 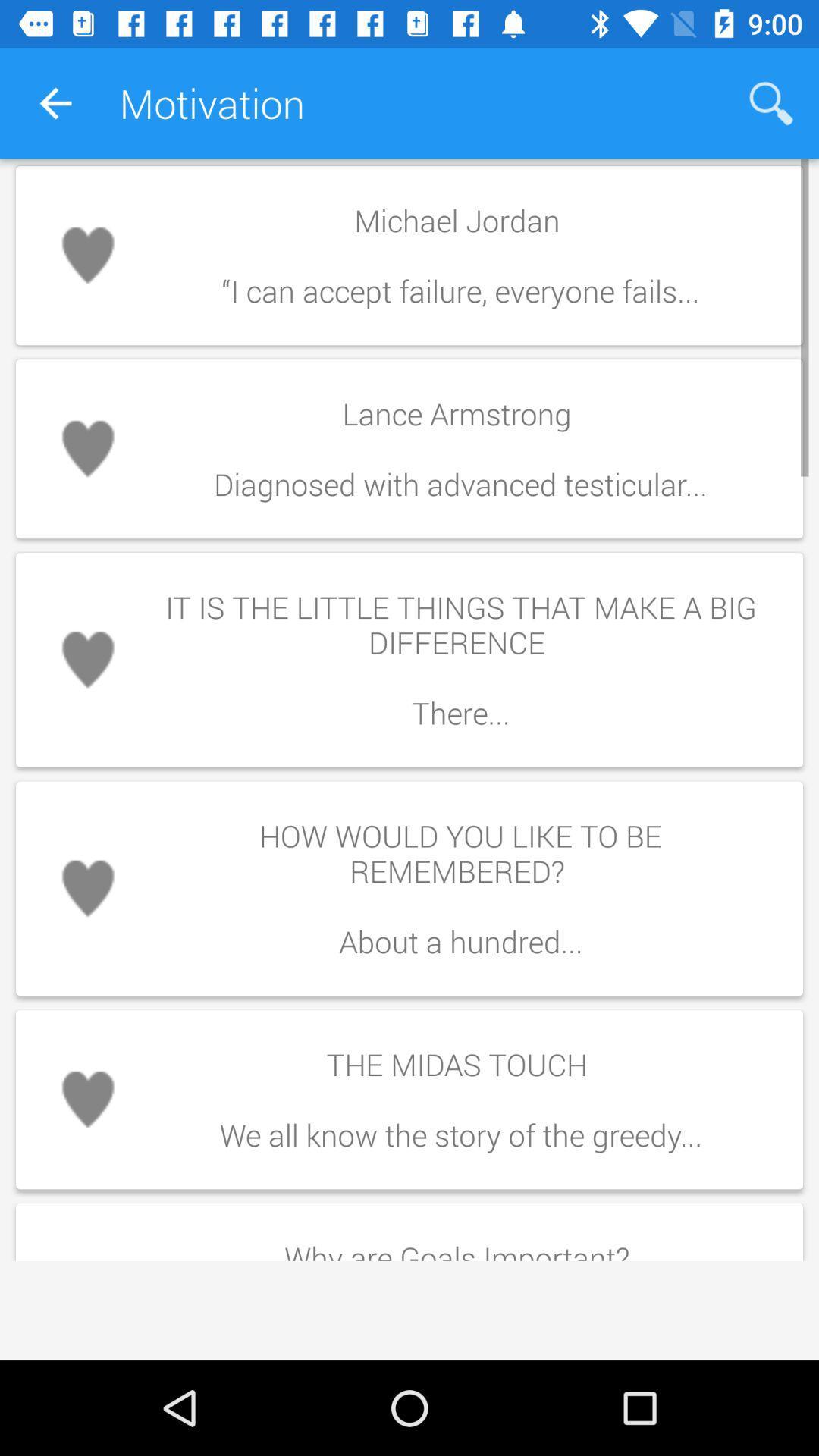 I want to click on how would you icon, so click(x=460, y=888).